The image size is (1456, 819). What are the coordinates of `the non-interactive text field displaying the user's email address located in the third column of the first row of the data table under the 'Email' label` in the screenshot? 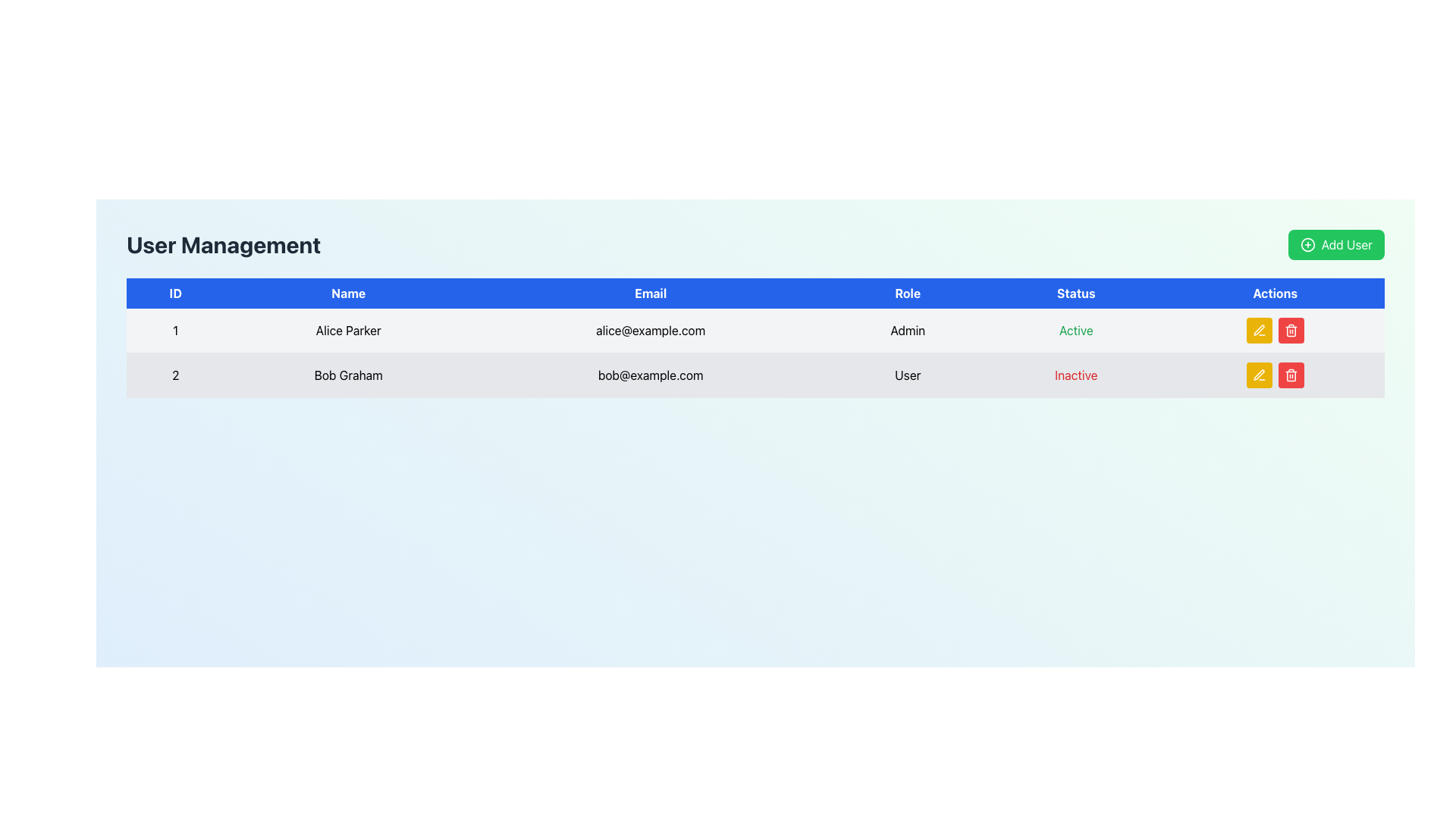 It's located at (651, 330).